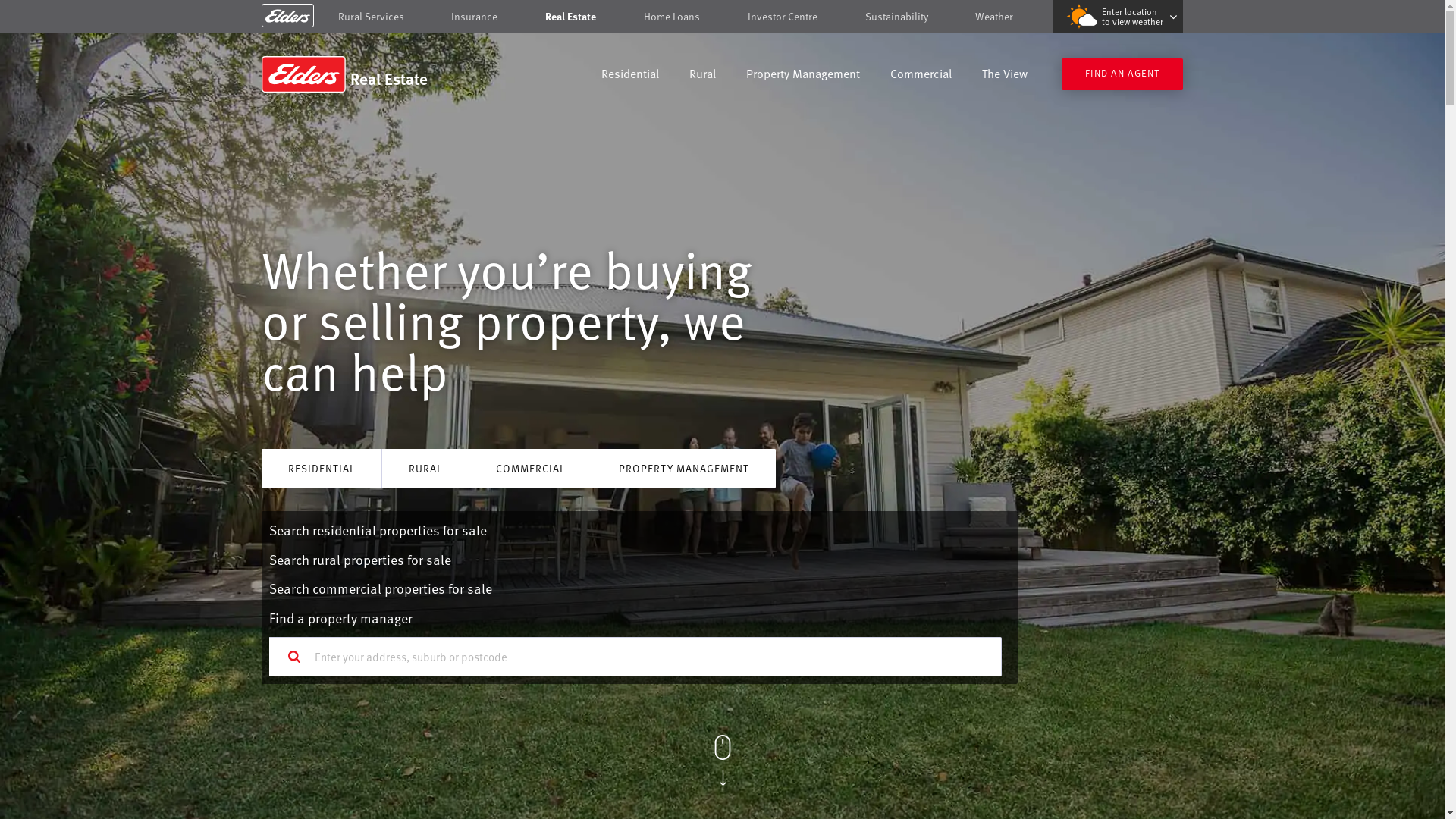 This screenshot has width=1456, height=819. Describe the element at coordinates (644, 16) in the screenshot. I see `'Home Loans'` at that location.